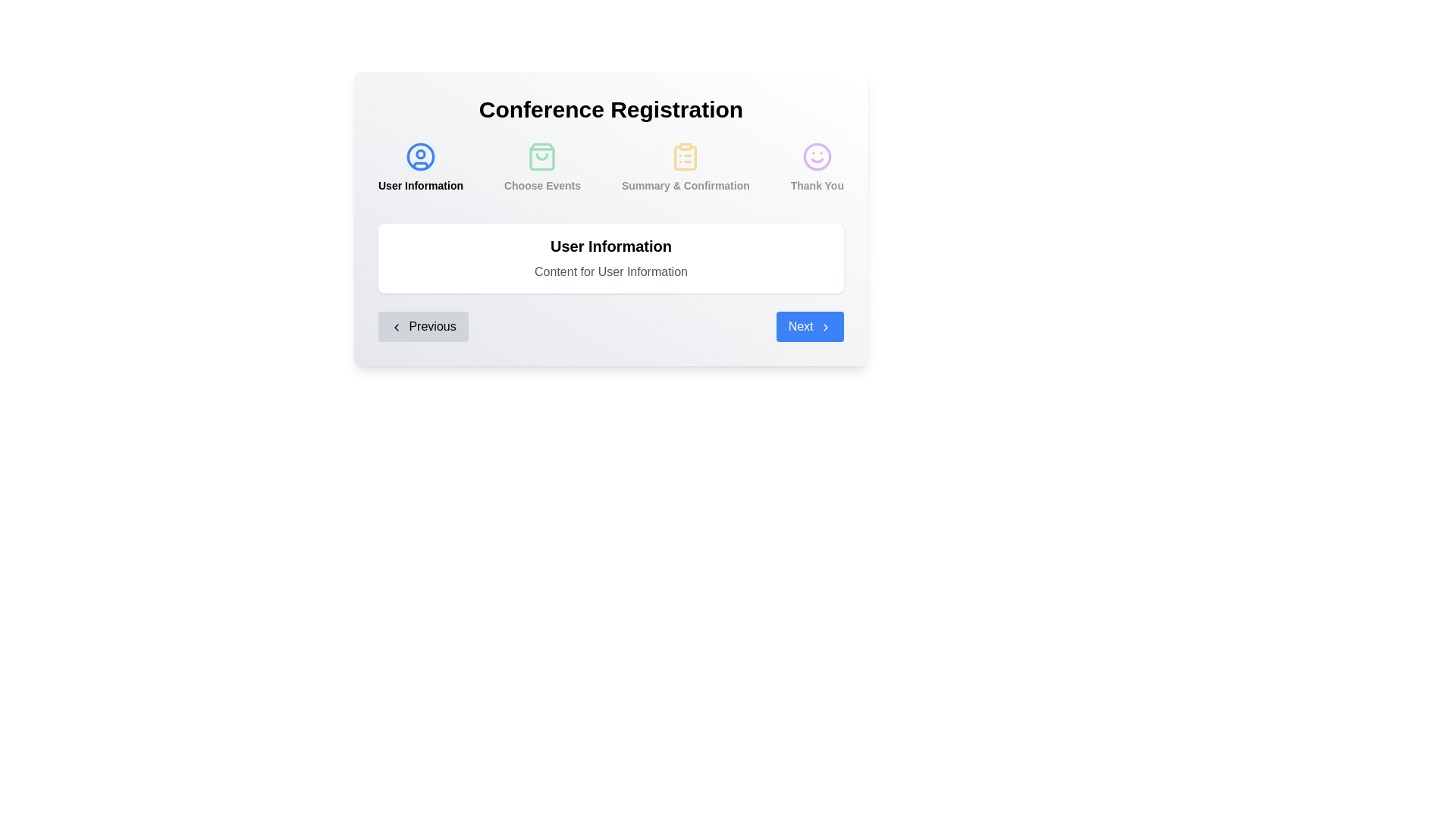  What do you see at coordinates (685, 167) in the screenshot?
I see `the yellow clipboard icon in the navigation bar` at bounding box center [685, 167].